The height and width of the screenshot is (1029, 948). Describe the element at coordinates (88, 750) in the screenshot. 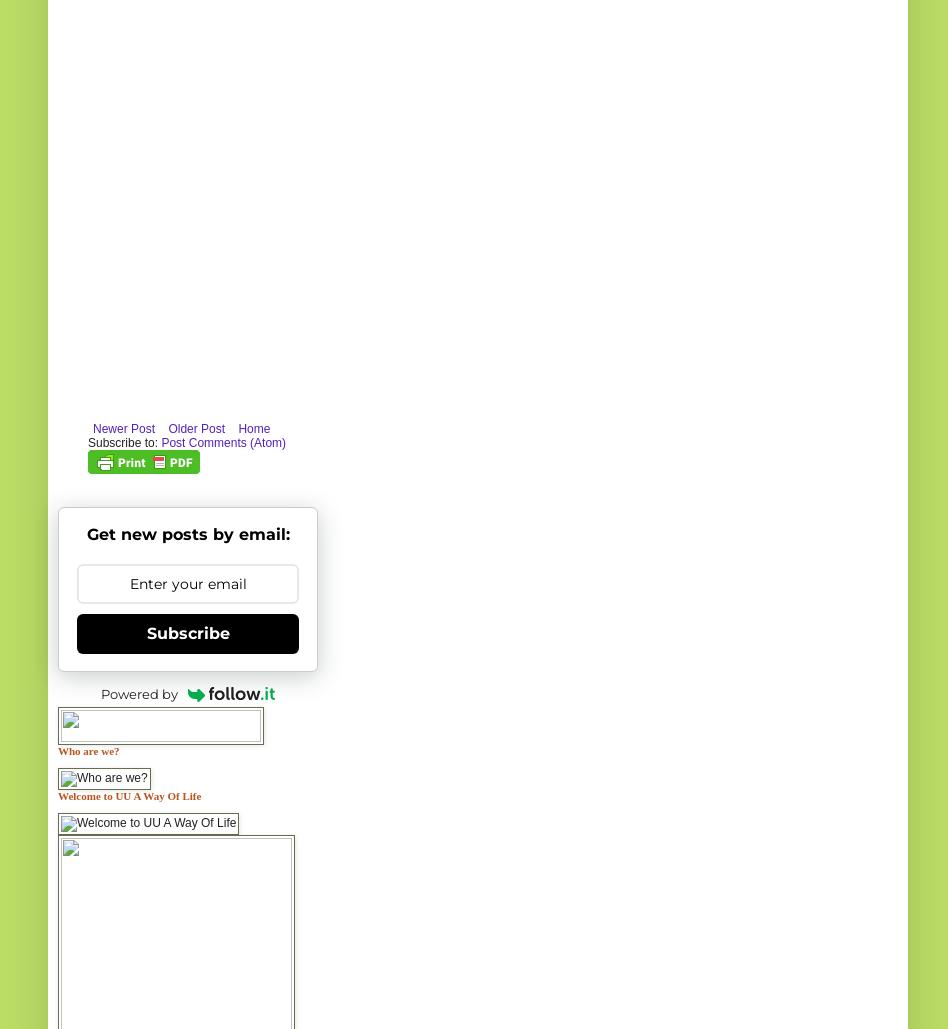

I see `'Who are we?'` at that location.